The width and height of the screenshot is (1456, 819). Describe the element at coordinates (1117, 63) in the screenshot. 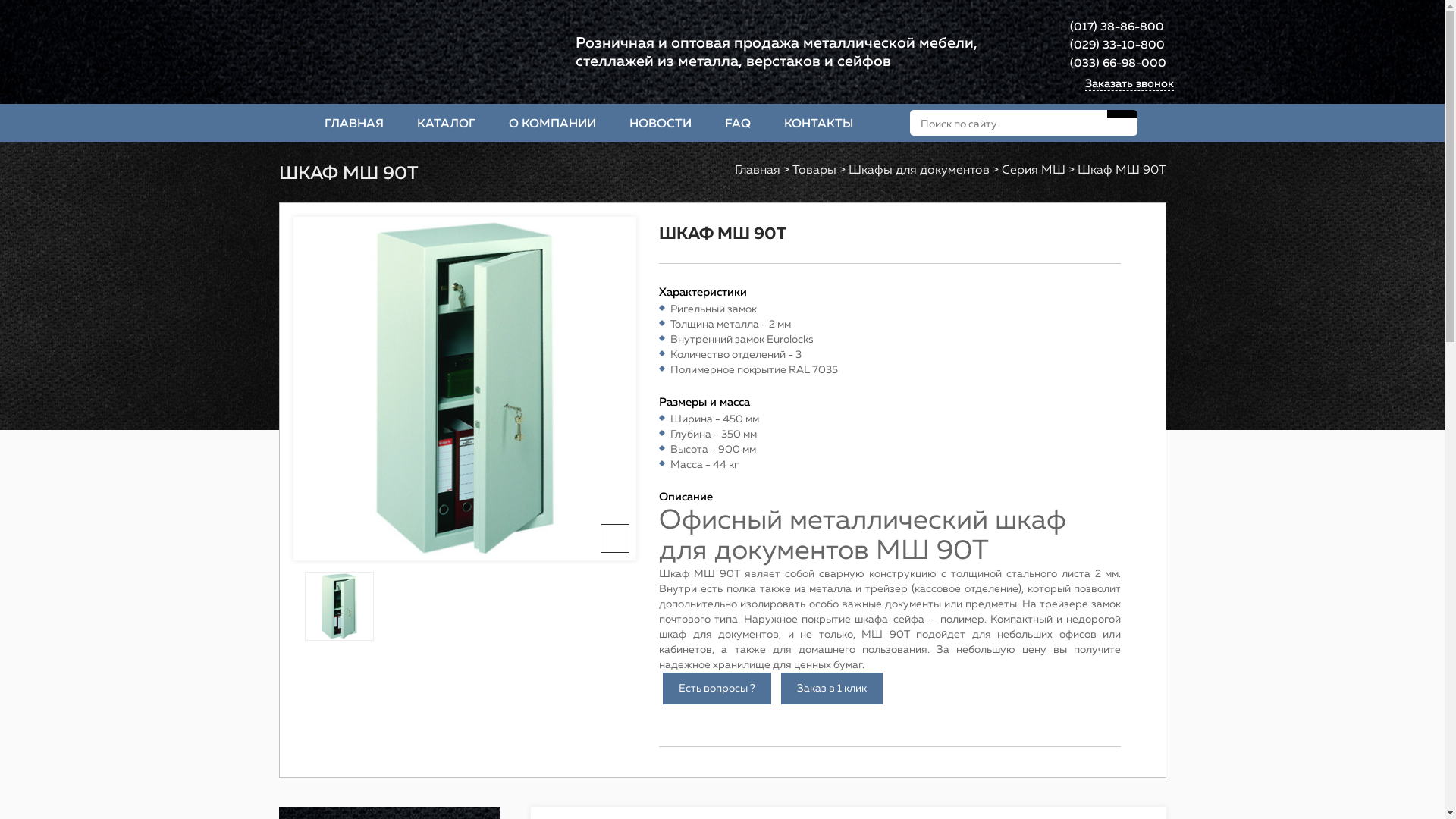

I see `'(033) 66-98-000'` at that location.